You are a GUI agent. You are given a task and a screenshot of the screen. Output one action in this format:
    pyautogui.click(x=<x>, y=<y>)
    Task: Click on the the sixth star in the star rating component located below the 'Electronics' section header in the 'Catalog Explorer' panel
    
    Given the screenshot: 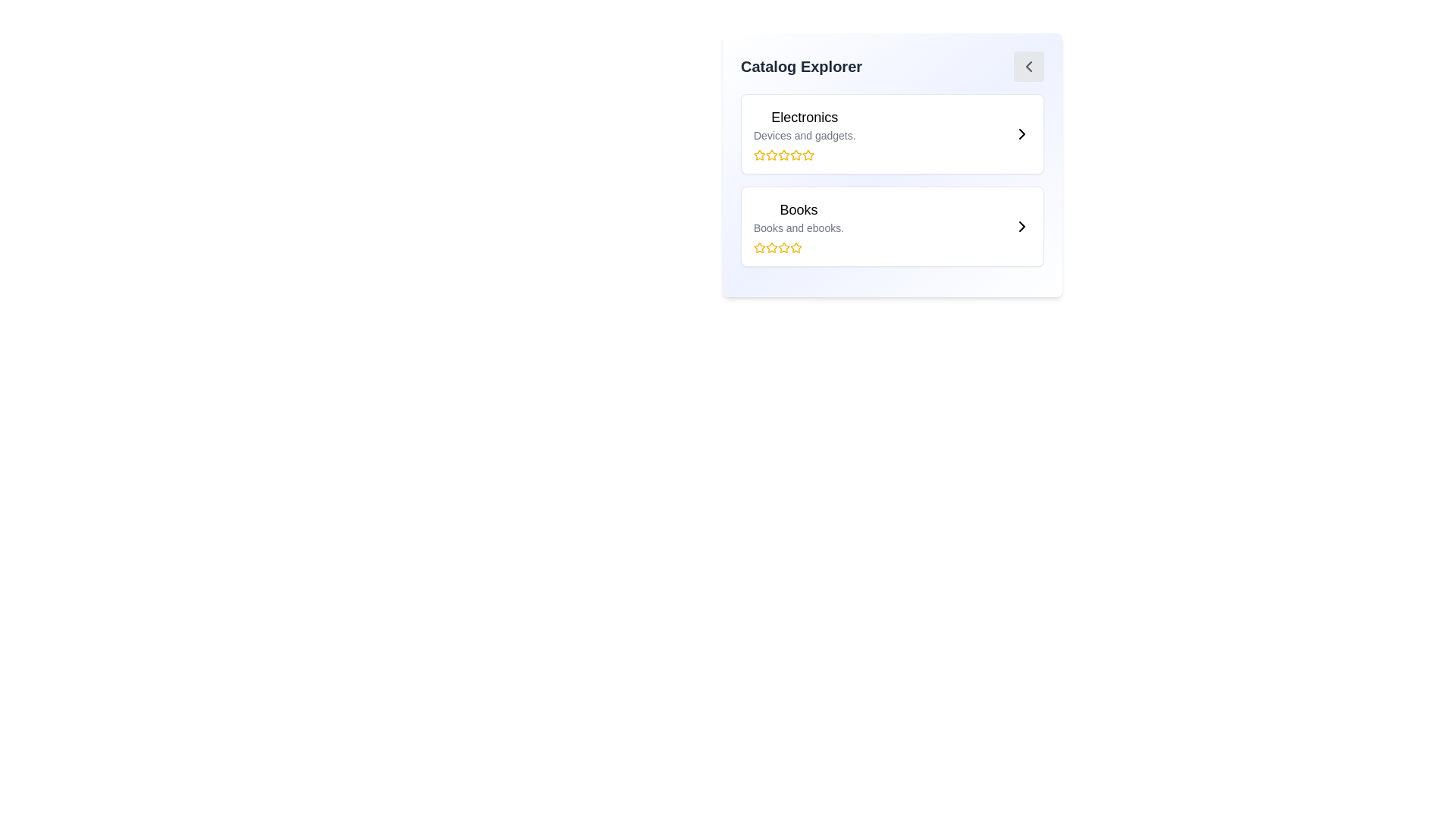 What is the action you would take?
    pyautogui.click(x=795, y=155)
    